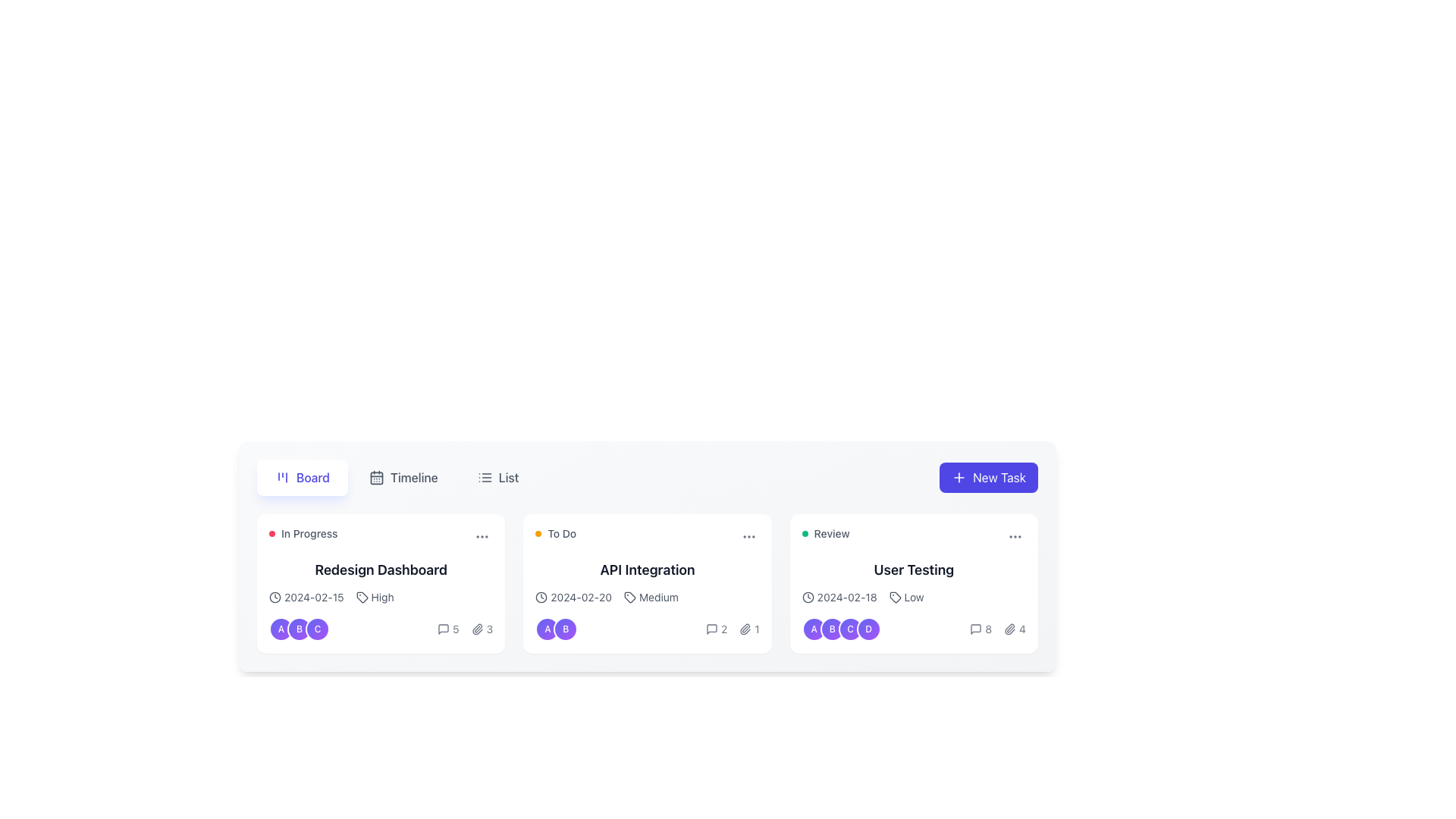  Describe the element at coordinates (447, 629) in the screenshot. I see `the comments indicator next to the task card labeled 'Redesign Dashboard' in the 'In Progress' category` at that location.